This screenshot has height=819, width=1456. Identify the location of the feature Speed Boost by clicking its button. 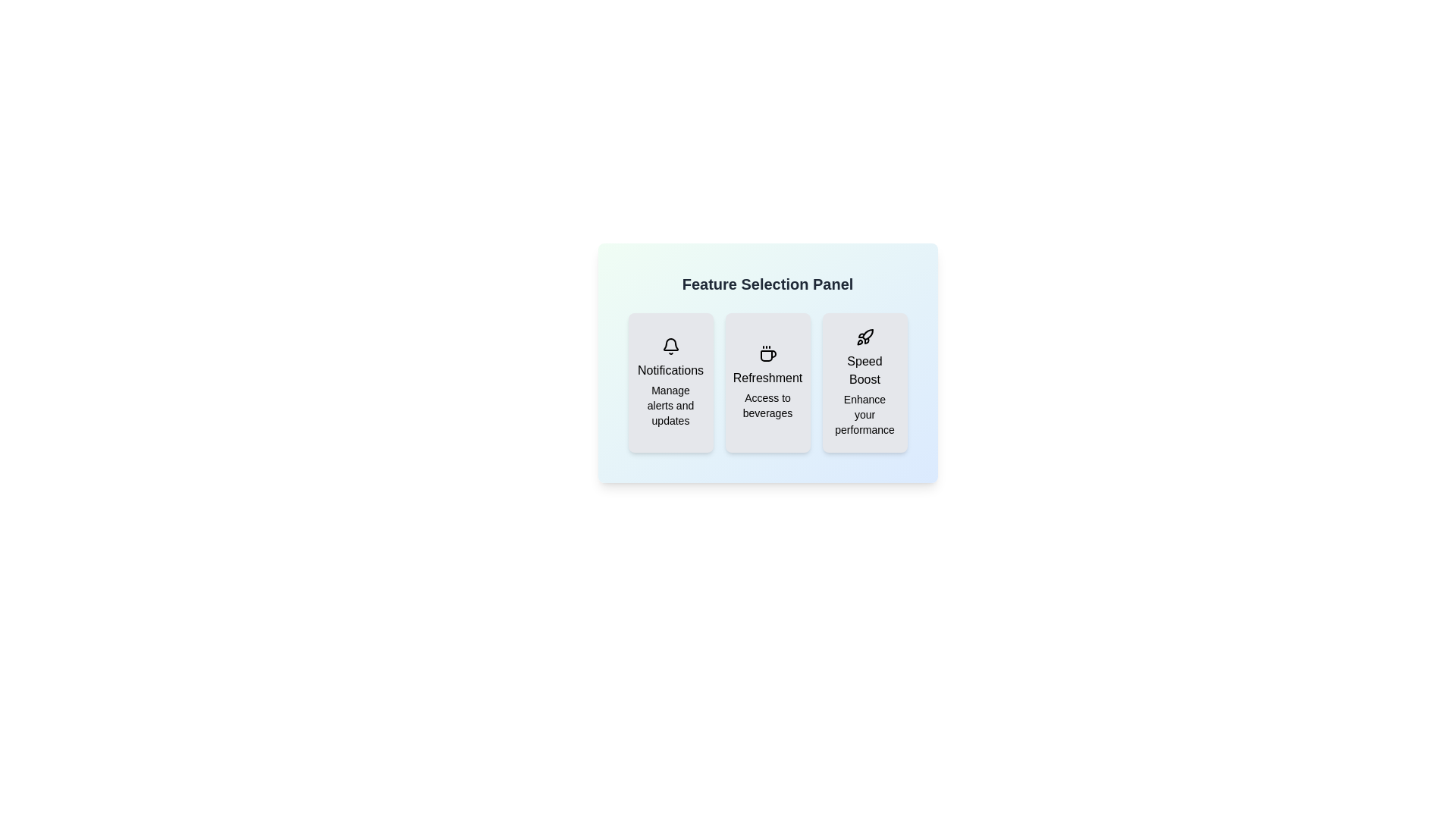
(864, 382).